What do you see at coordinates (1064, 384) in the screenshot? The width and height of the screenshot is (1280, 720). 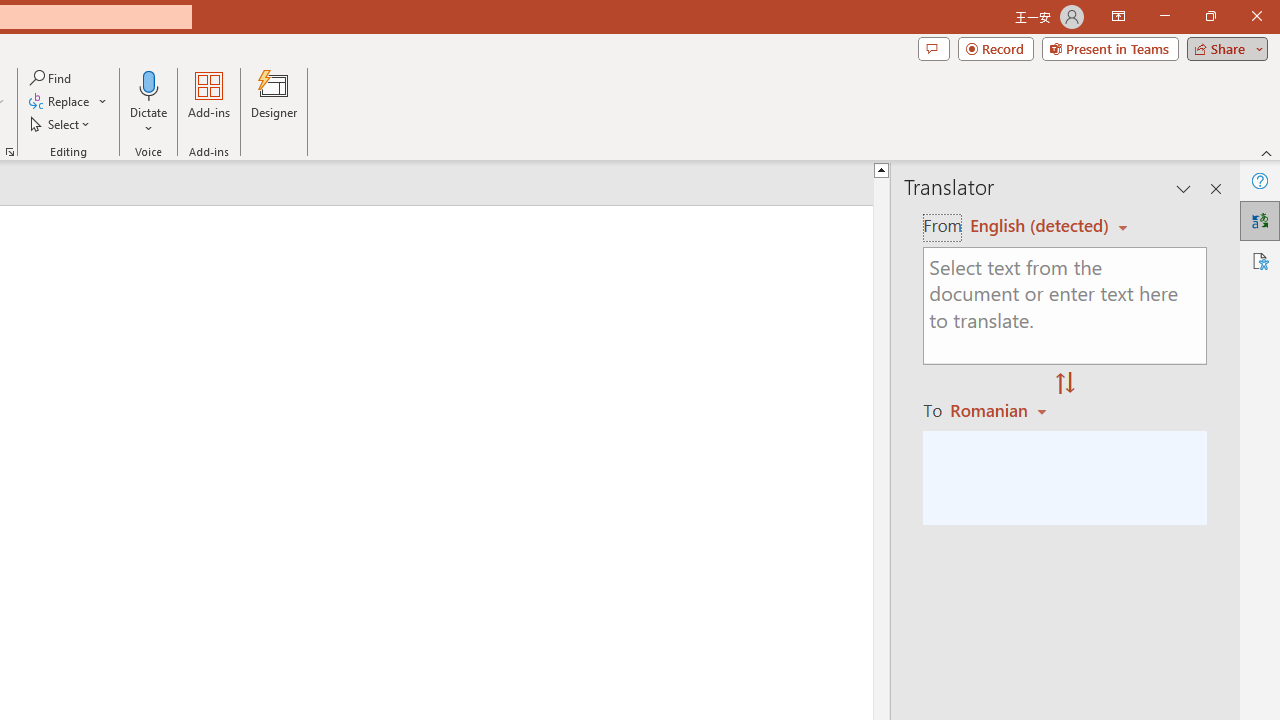 I see `'Swap "from" and "to" languages.'` at bounding box center [1064, 384].